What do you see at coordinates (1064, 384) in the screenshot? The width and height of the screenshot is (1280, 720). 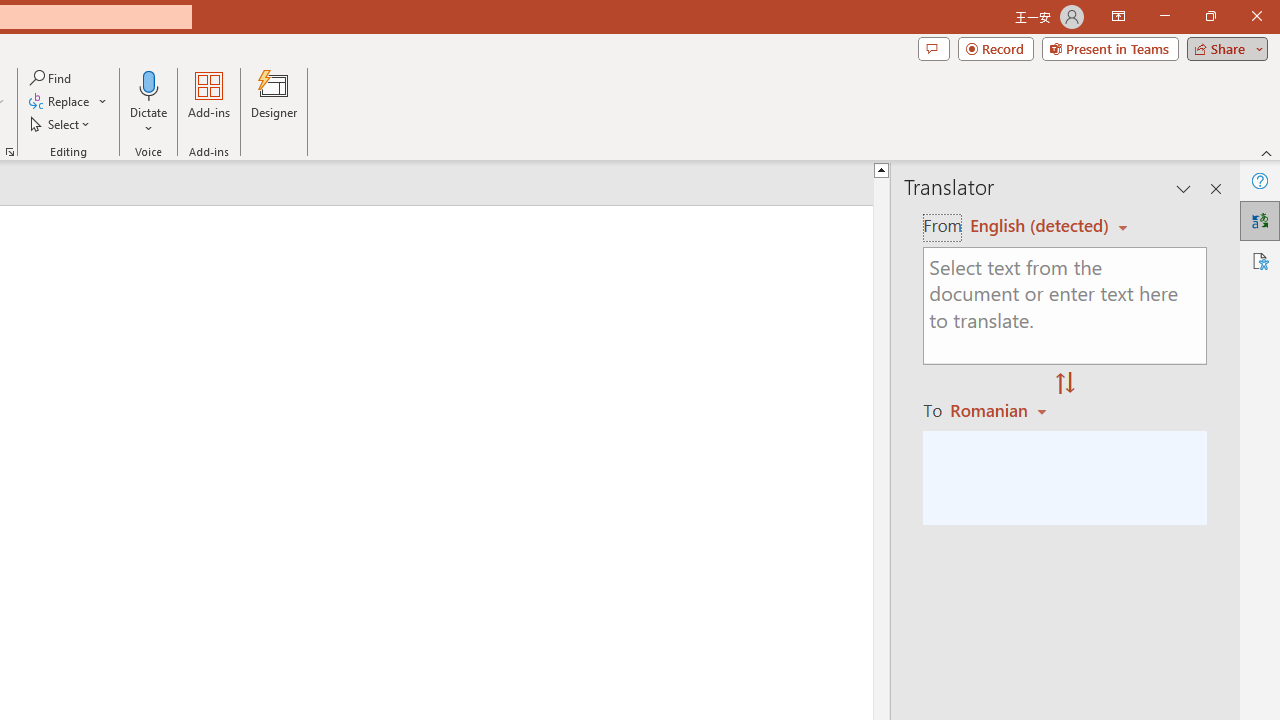 I see `'Swap "from" and "to" languages.'` at bounding box center [1064, 384].